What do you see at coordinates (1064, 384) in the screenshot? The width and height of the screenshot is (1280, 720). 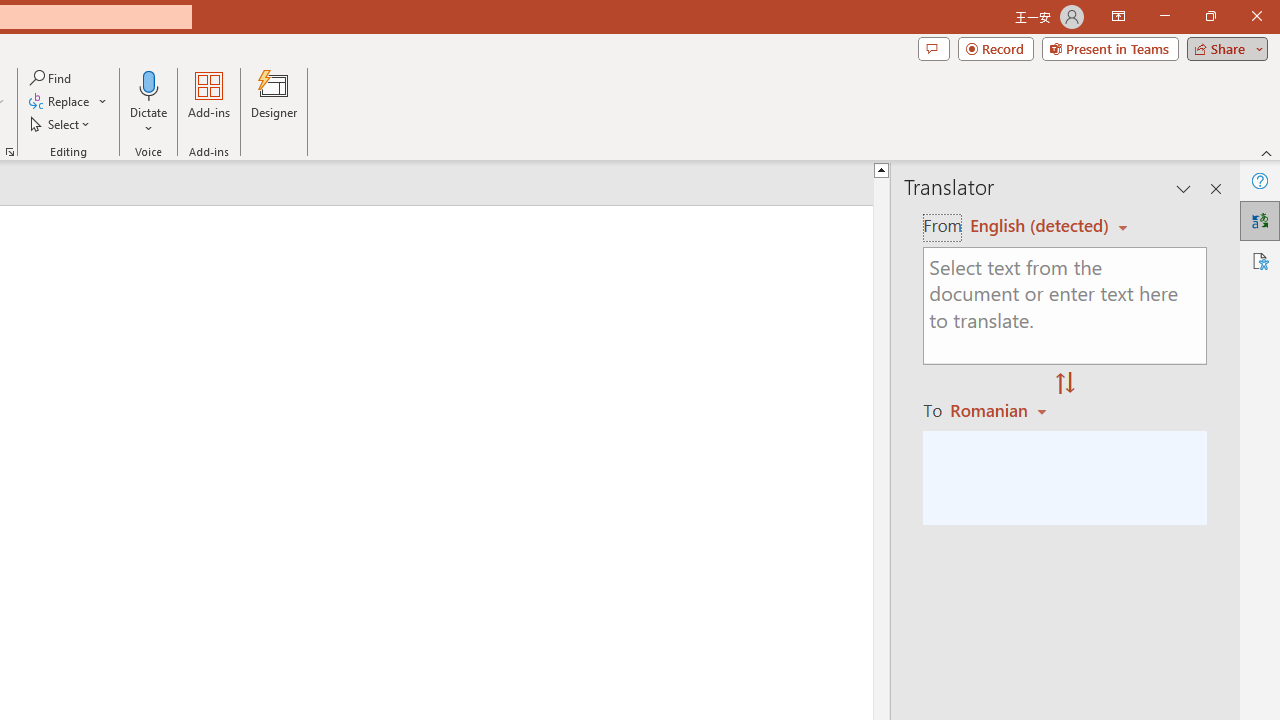 I see `'Swap "from" and "to" languages.'` at bounding box center [1064, 384].